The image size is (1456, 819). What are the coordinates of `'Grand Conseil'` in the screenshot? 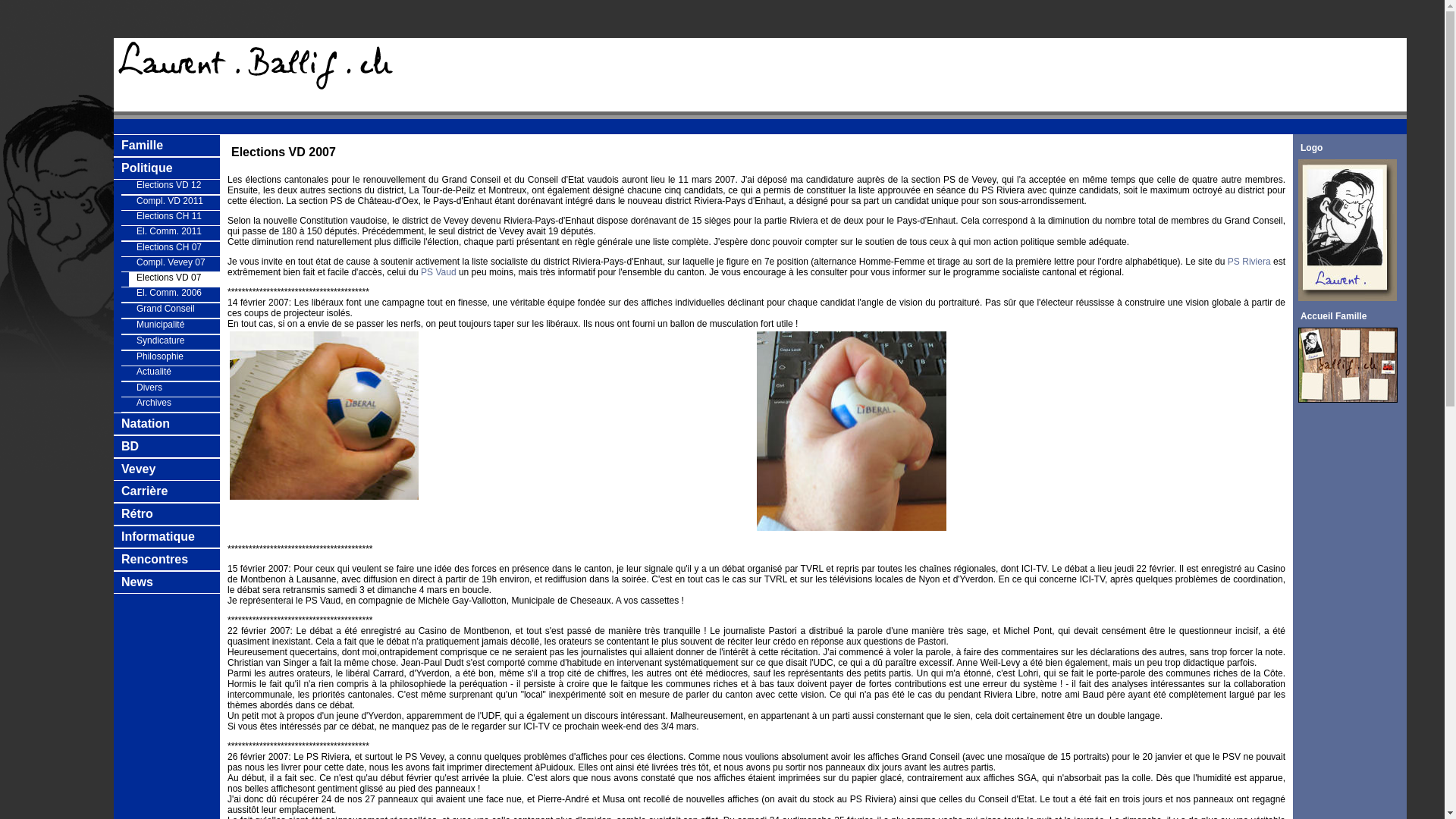 It's located at (177, 308).